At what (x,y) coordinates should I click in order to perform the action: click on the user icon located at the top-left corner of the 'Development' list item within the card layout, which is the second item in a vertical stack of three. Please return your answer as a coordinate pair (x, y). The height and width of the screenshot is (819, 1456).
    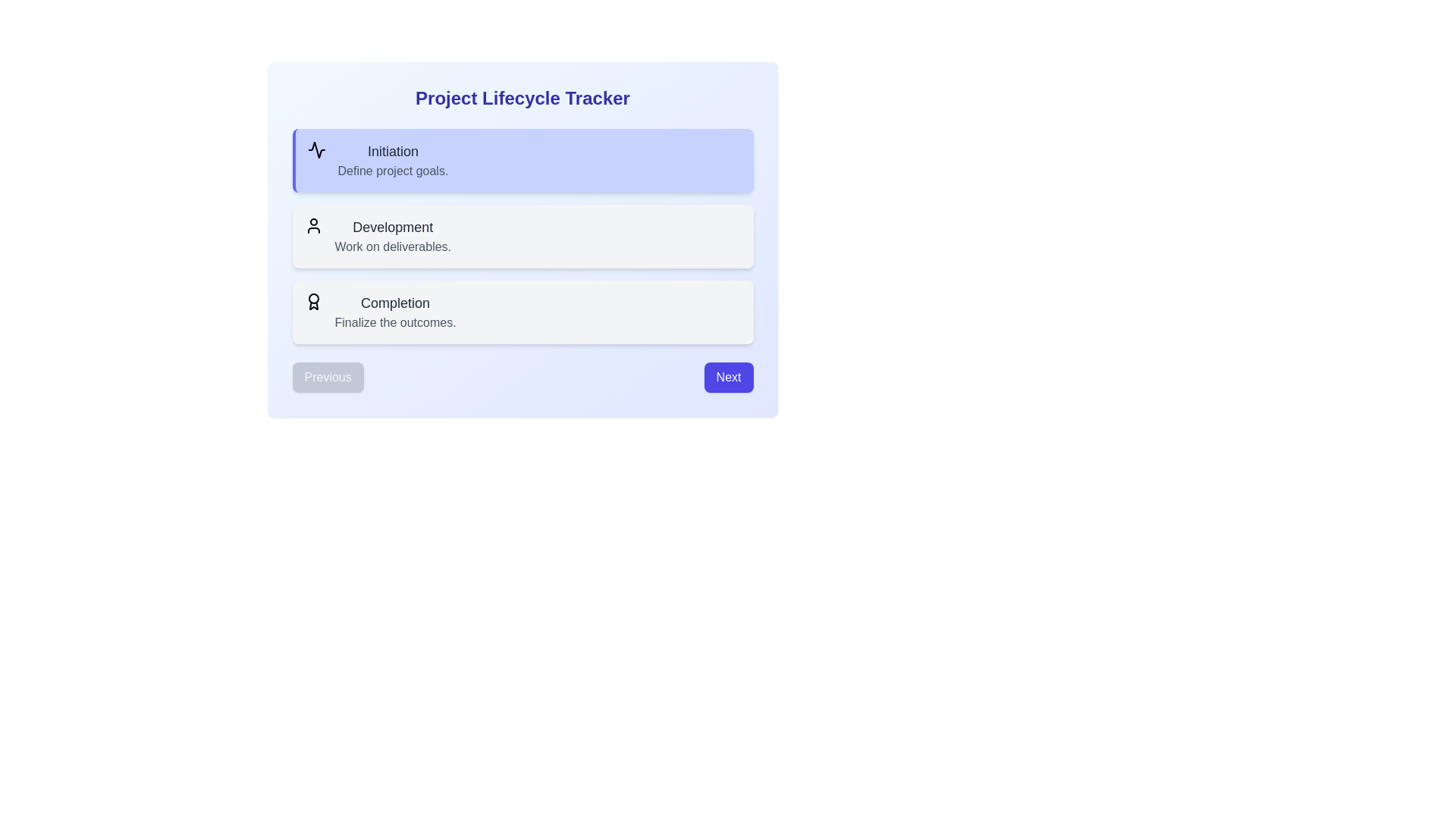
    Looking at the image, I should click on (312, 225).